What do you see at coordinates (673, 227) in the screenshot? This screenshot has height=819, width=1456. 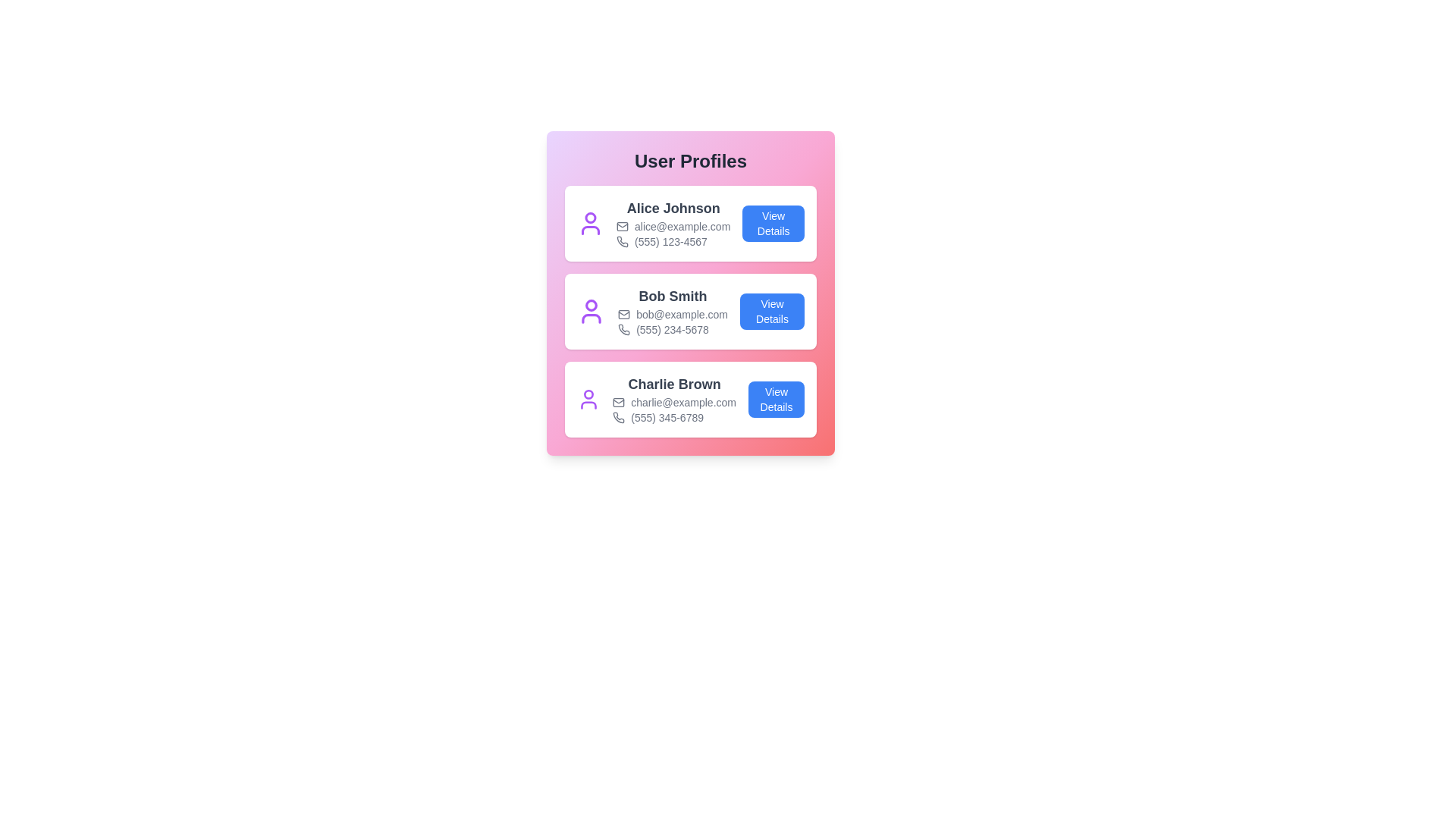 I see `the text content of email for user Alice Johnson` at bounding box center [673, 227].